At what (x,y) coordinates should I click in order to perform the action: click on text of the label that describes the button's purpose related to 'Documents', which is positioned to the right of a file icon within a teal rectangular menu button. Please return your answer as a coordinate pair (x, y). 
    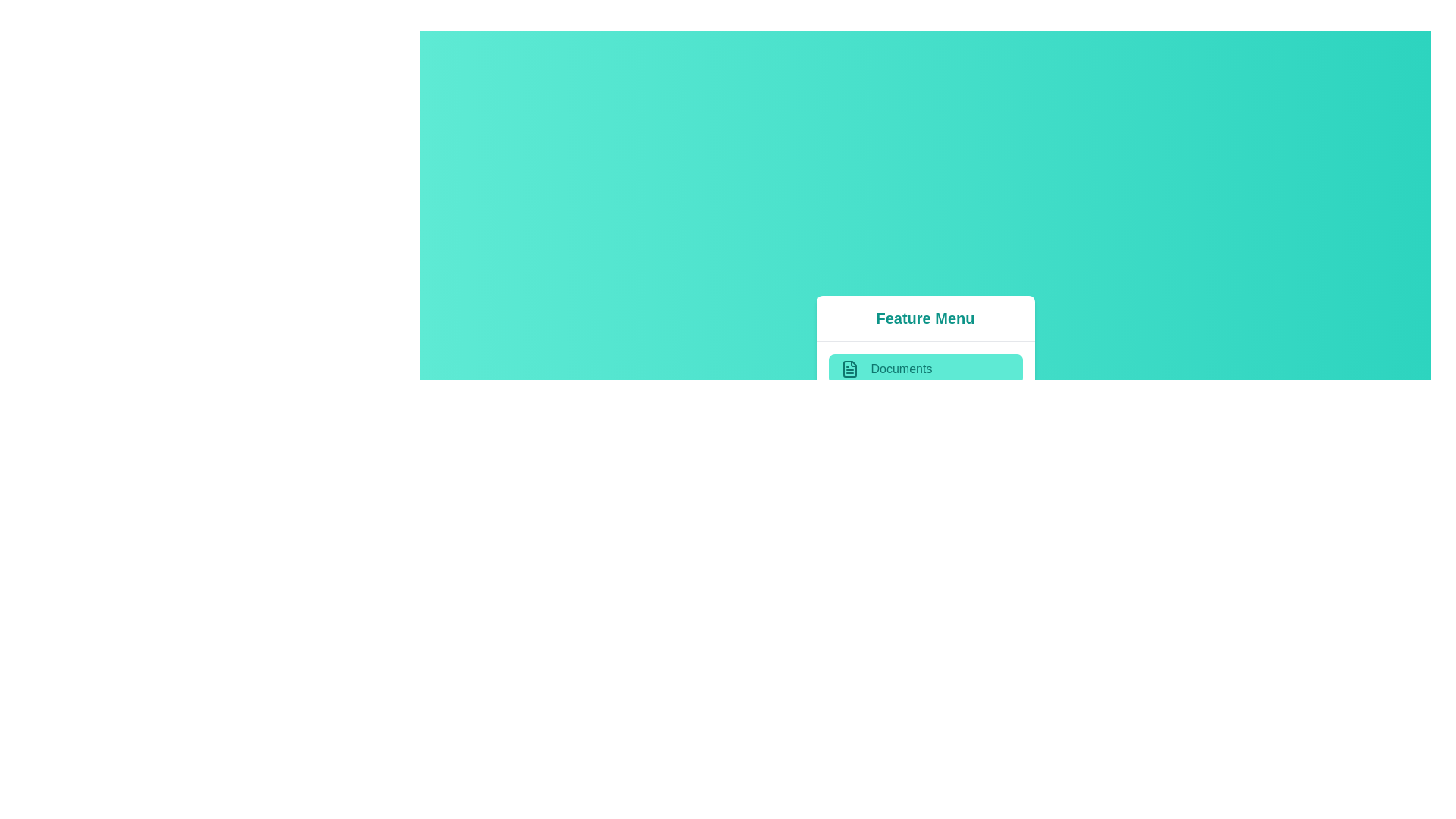
    Looking at the image, I should click on (901, 369).